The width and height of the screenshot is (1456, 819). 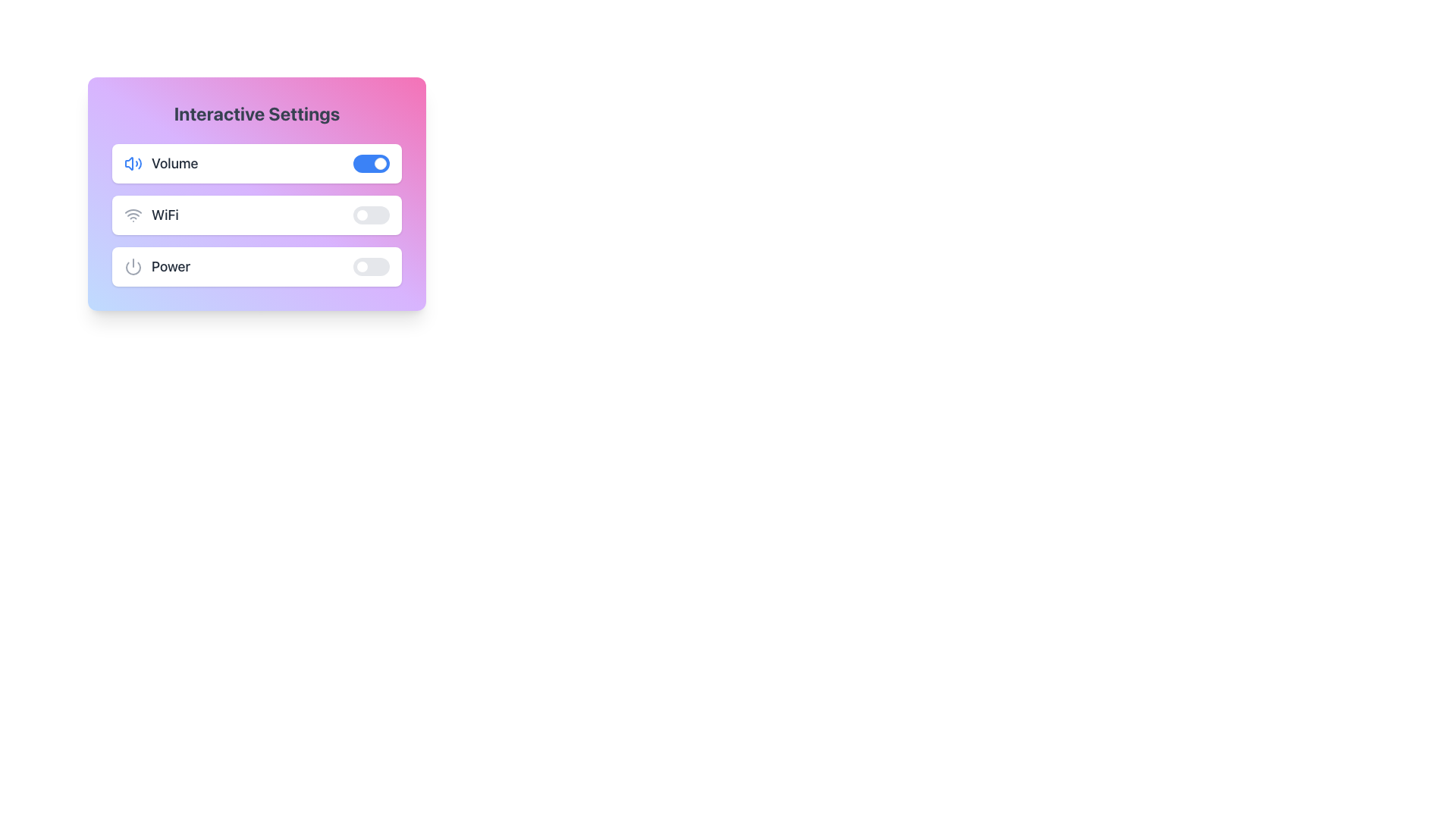 I want to click on the 'WiFi' text element, which is styled in a large gray font, located in the center of the second row of a card with a gradient purple and pink background, so click(x=165, y=215).